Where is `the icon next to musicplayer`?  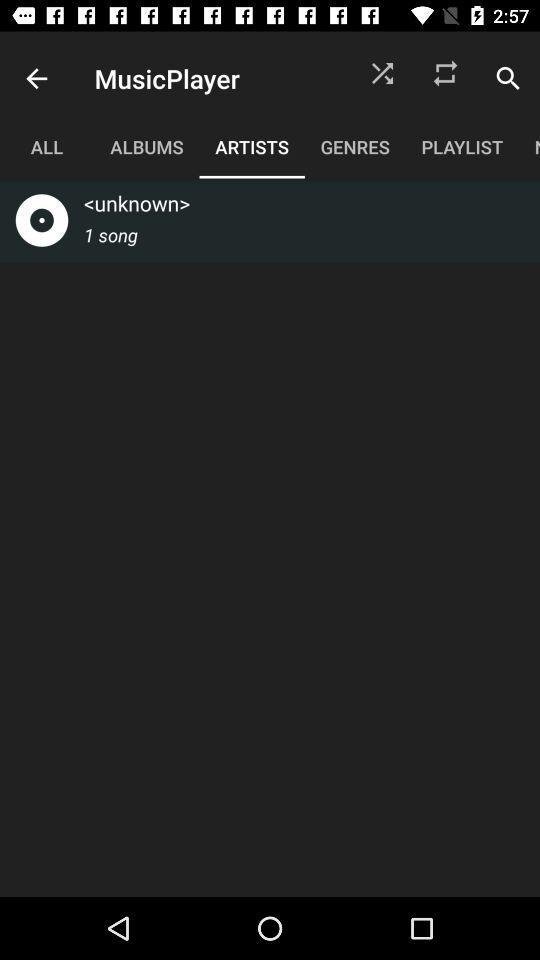 the icon next to musicplayer is located at coordinates (36, 78).